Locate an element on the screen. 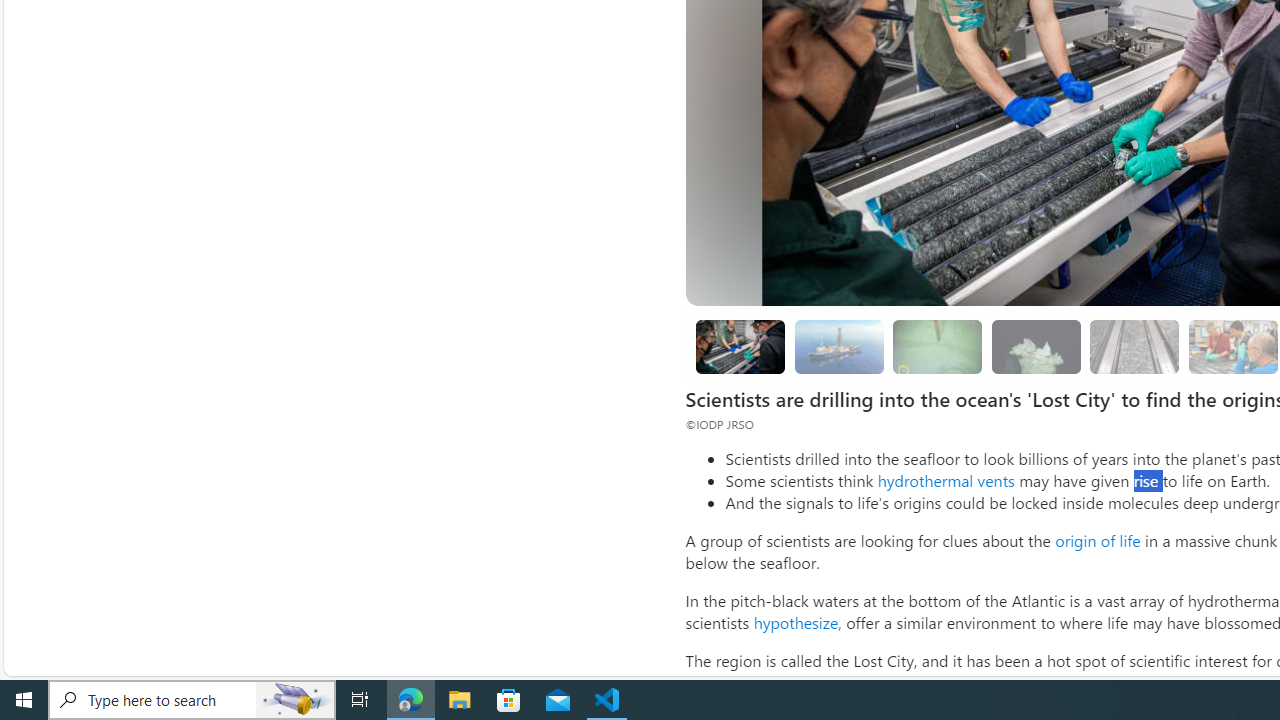 The width and height of the screenshot is (1280, 720). 'origin of life' is located at coordinates (1096, 540).